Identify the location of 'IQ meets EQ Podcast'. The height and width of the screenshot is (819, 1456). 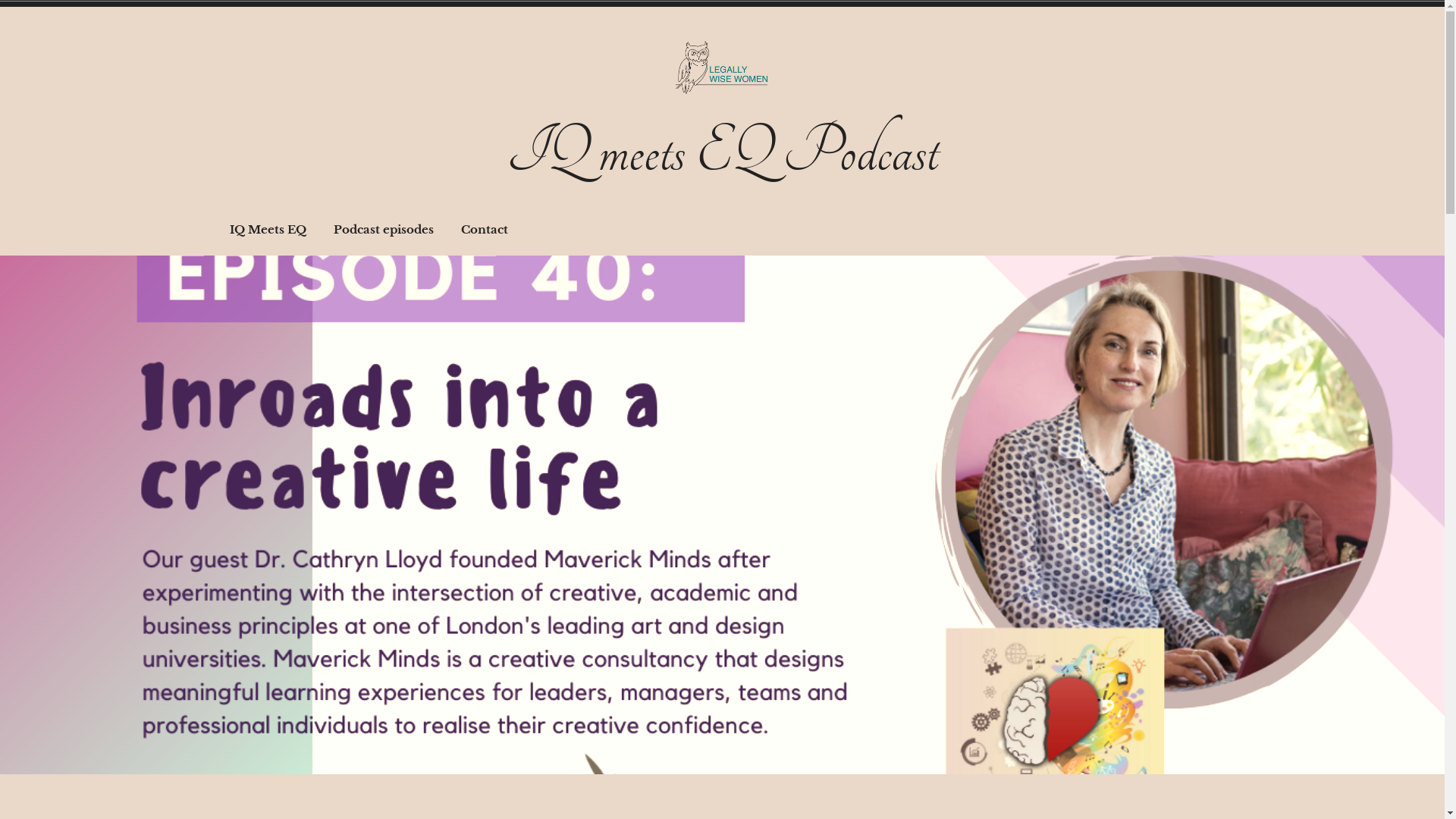
(721, 152).